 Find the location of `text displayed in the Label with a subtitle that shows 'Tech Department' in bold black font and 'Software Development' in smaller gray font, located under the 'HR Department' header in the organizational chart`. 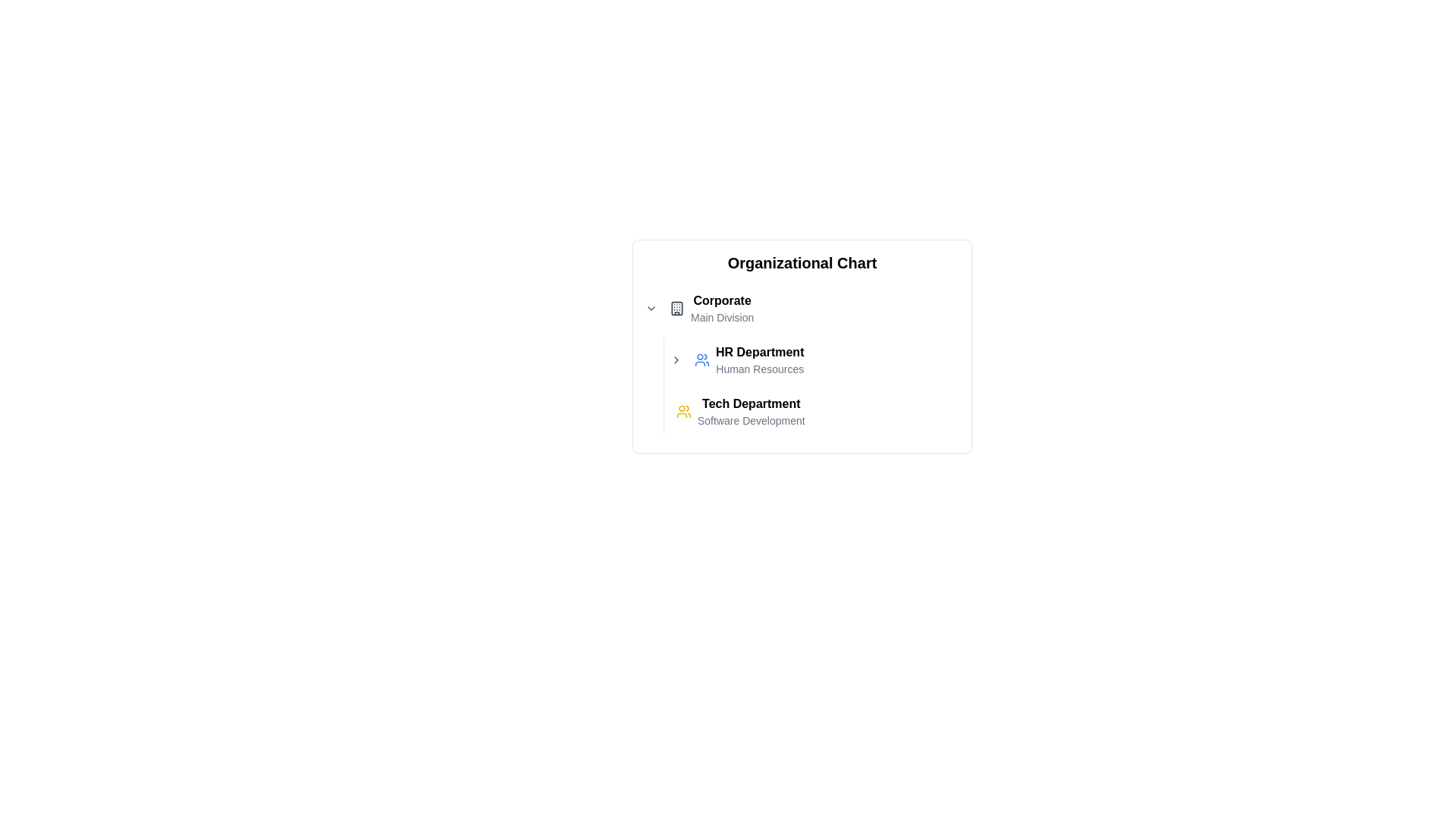

text displayed in the Label with a subtitle that shows 'Tech Department' in bold black font and 'Software Development' in smaller gray font, located under the 'HR Department' header in the organizational chart is located at coordinates (751, 412).